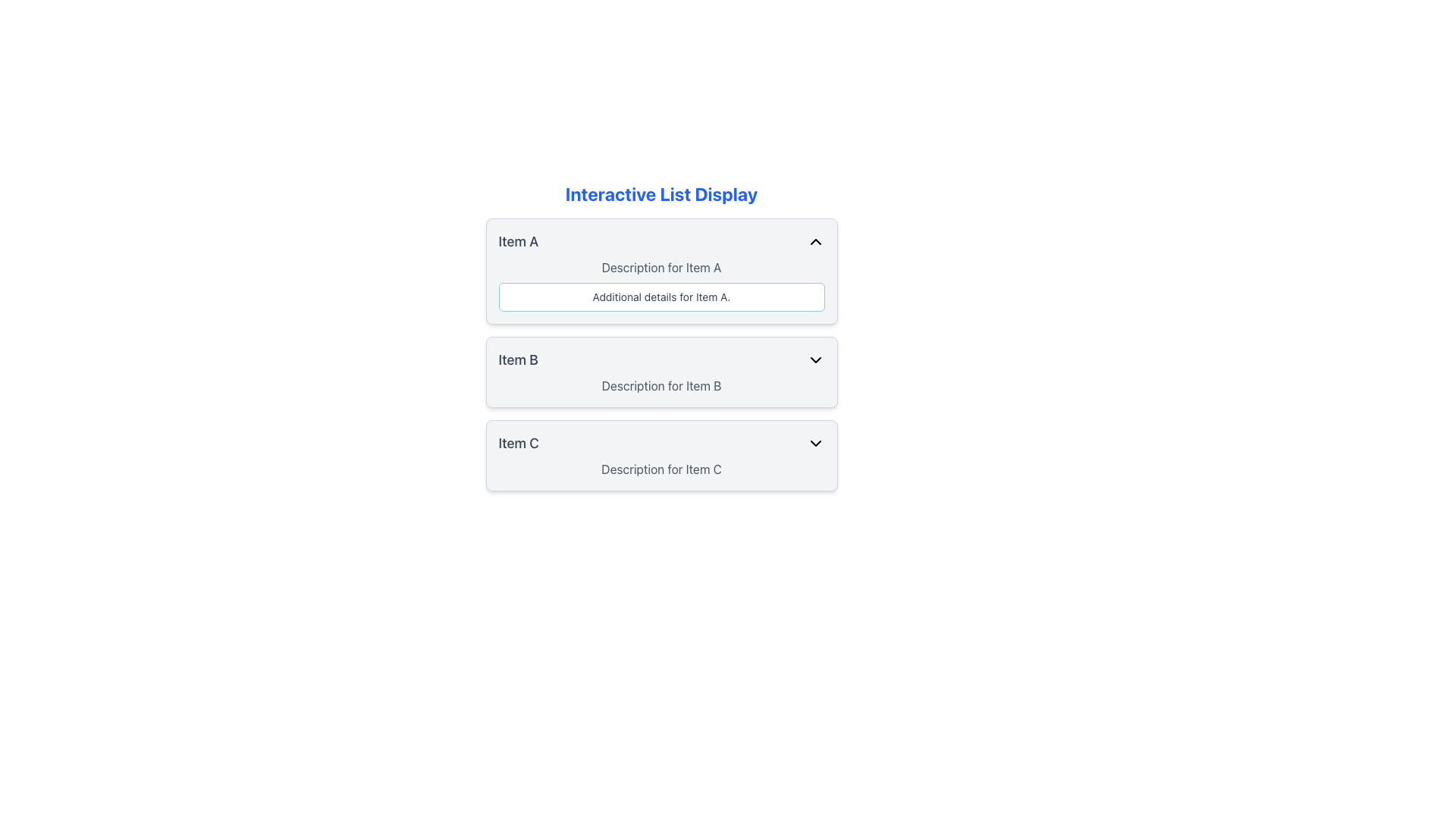 The image size is (1456, 819). What do you see at coordinates (661, 241) in the screenshot?
I see `the Collapsible Section Header titled 'Item A'` at bounding box center [661, 241].